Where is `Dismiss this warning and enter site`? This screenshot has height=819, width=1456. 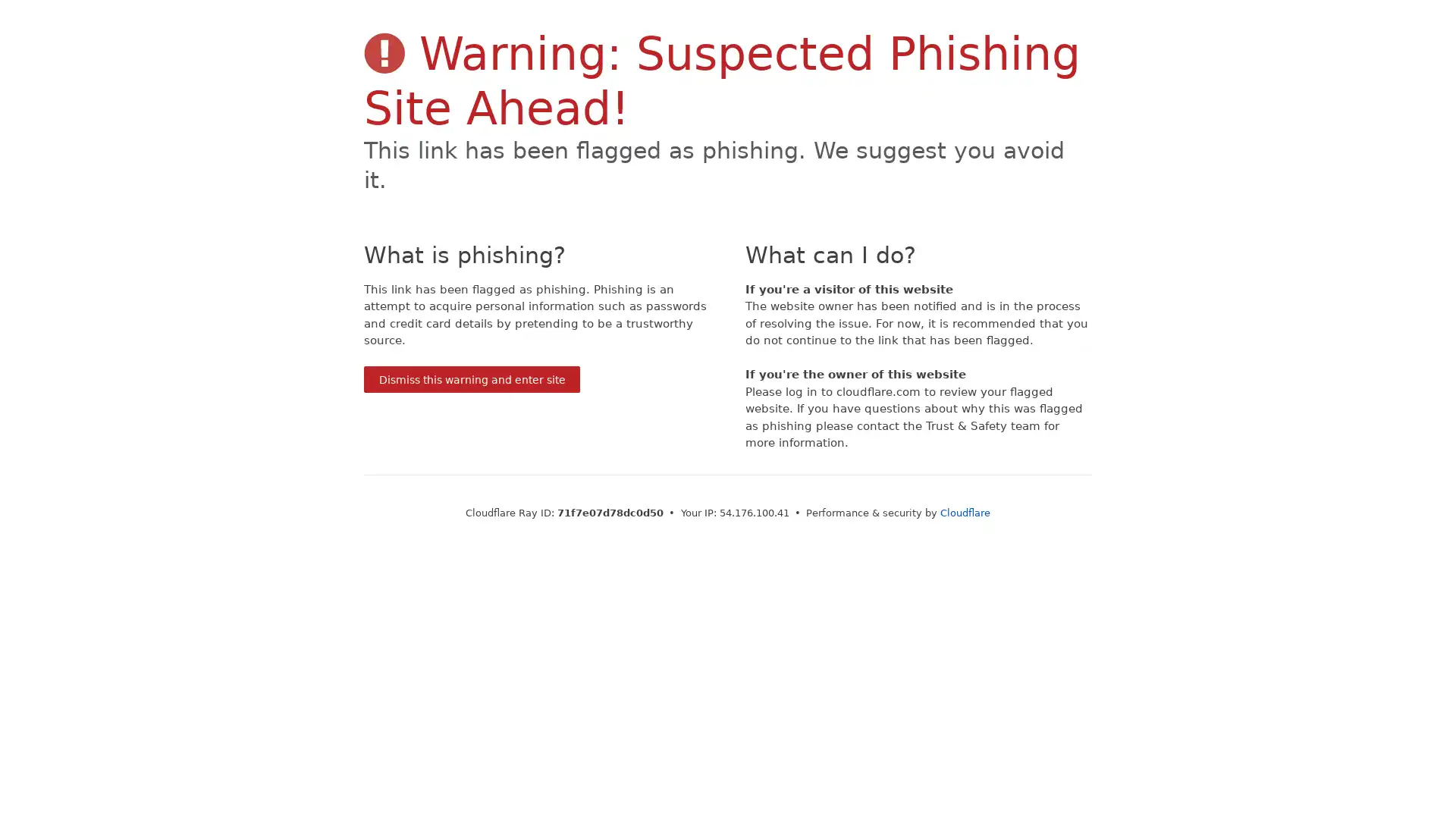 Dismiss this warning and enter site is located at coordinates (471, 378).